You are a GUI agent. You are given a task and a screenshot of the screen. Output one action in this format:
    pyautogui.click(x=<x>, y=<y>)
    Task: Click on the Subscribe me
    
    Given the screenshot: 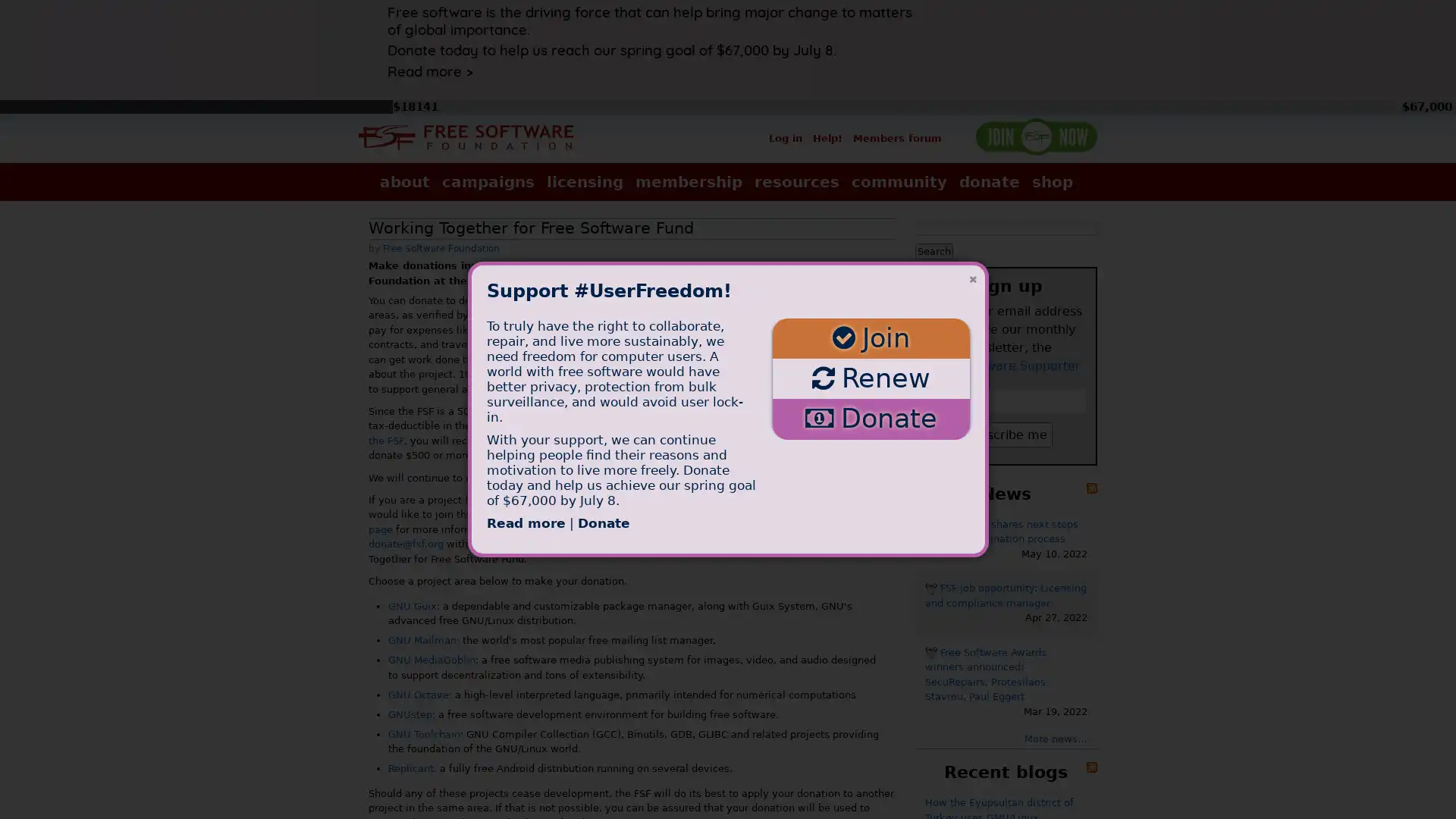 What is the action you would take?
    pyautogui.click(x=1006, y=434)
    